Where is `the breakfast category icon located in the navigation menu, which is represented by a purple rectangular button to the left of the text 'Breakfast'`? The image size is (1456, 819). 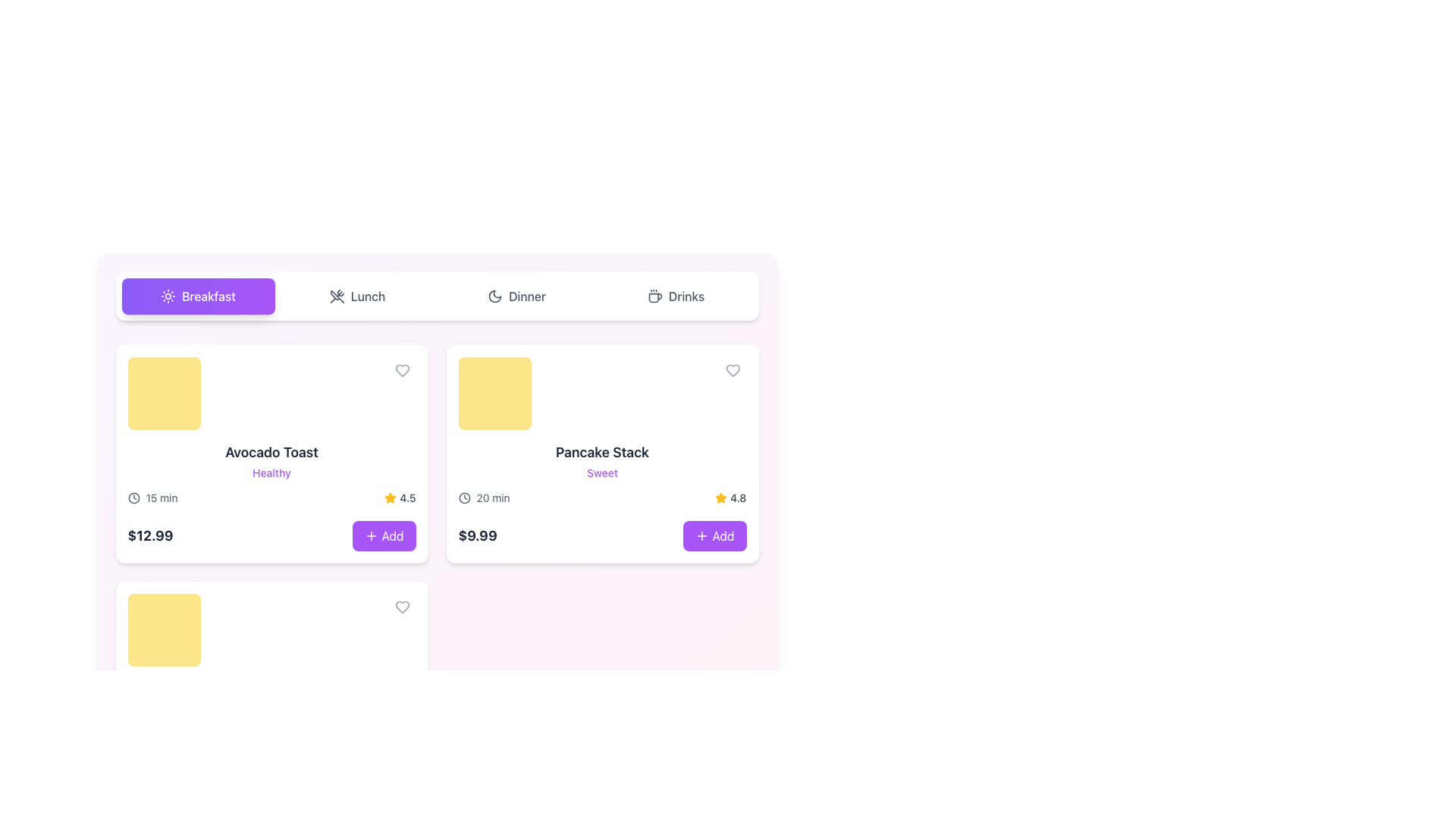
the breakfast category icon located in the navigation menu, which is represented by a purple rectangular button to the left of the text 'Breakfast' is located at coordinates (168, 296).